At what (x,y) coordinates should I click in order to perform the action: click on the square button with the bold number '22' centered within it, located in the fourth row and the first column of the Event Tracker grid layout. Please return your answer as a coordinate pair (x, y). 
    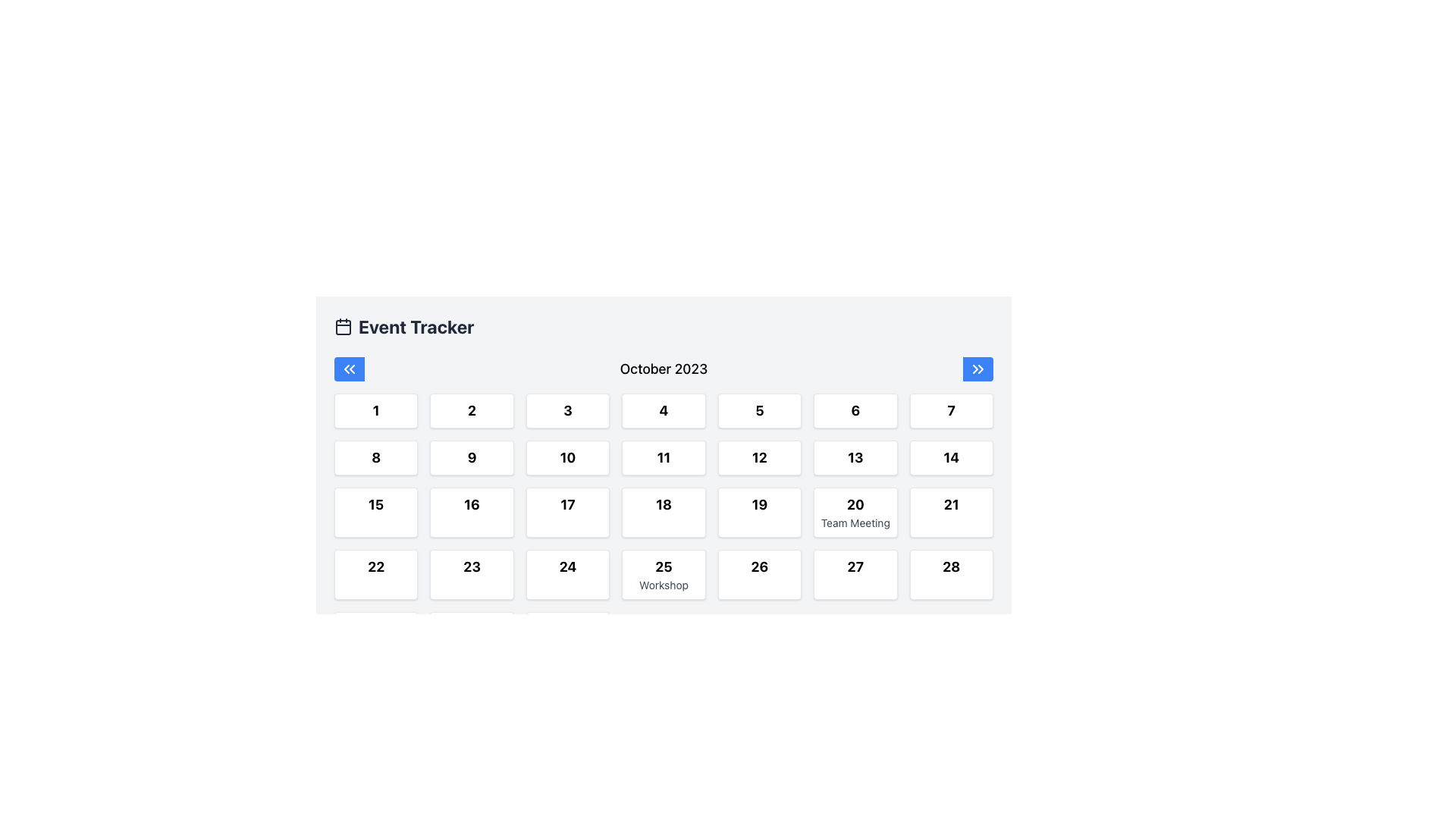
    Looking at the image, I should click on (376, 575).